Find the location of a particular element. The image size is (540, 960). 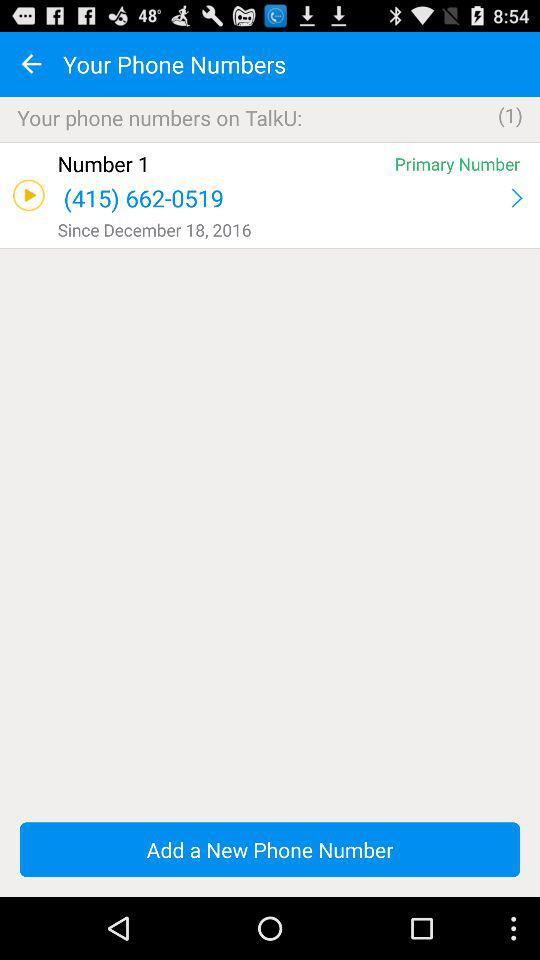

(415) 662-0519 icon is located at coordinates (281, 198).